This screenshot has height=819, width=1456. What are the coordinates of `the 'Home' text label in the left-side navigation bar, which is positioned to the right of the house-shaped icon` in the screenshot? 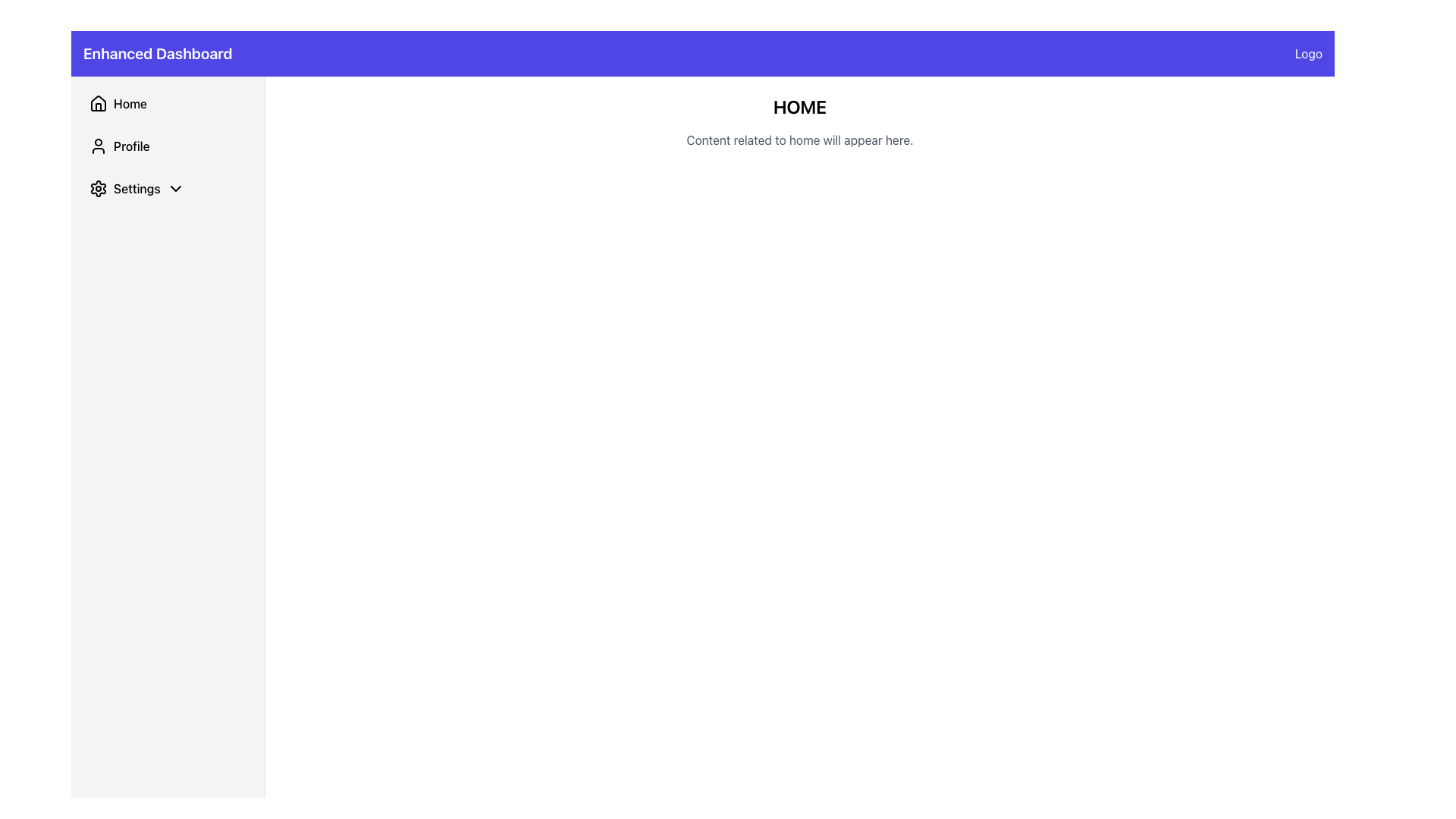 It's located at (130, 103).